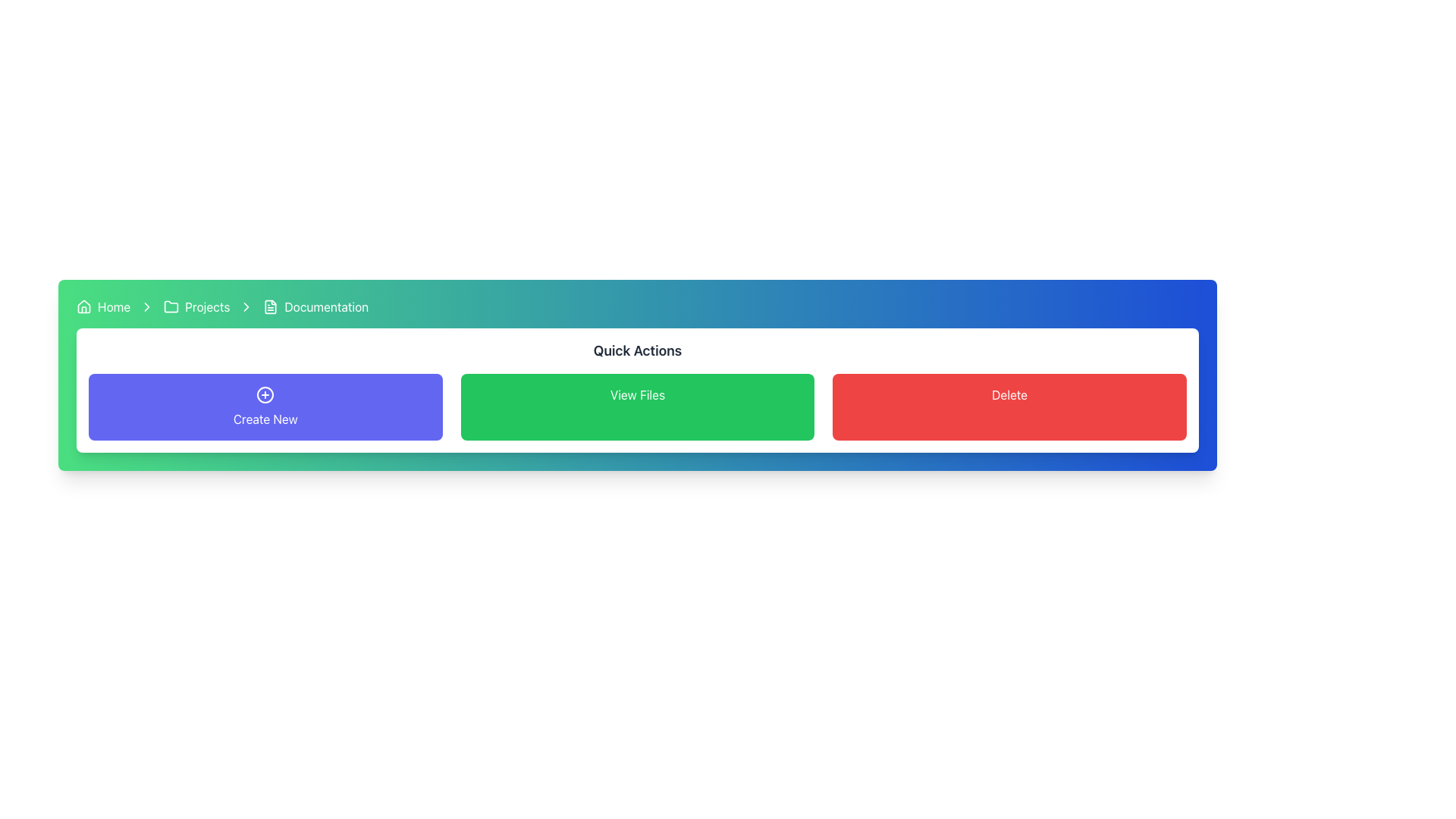 The height and width of the screenshot is (819, 1456). What do you see at coordinates (113, 307) in the screenshot?
I see `the 'Home' text label in the green navigation bar` at bounding box center [113, 307].